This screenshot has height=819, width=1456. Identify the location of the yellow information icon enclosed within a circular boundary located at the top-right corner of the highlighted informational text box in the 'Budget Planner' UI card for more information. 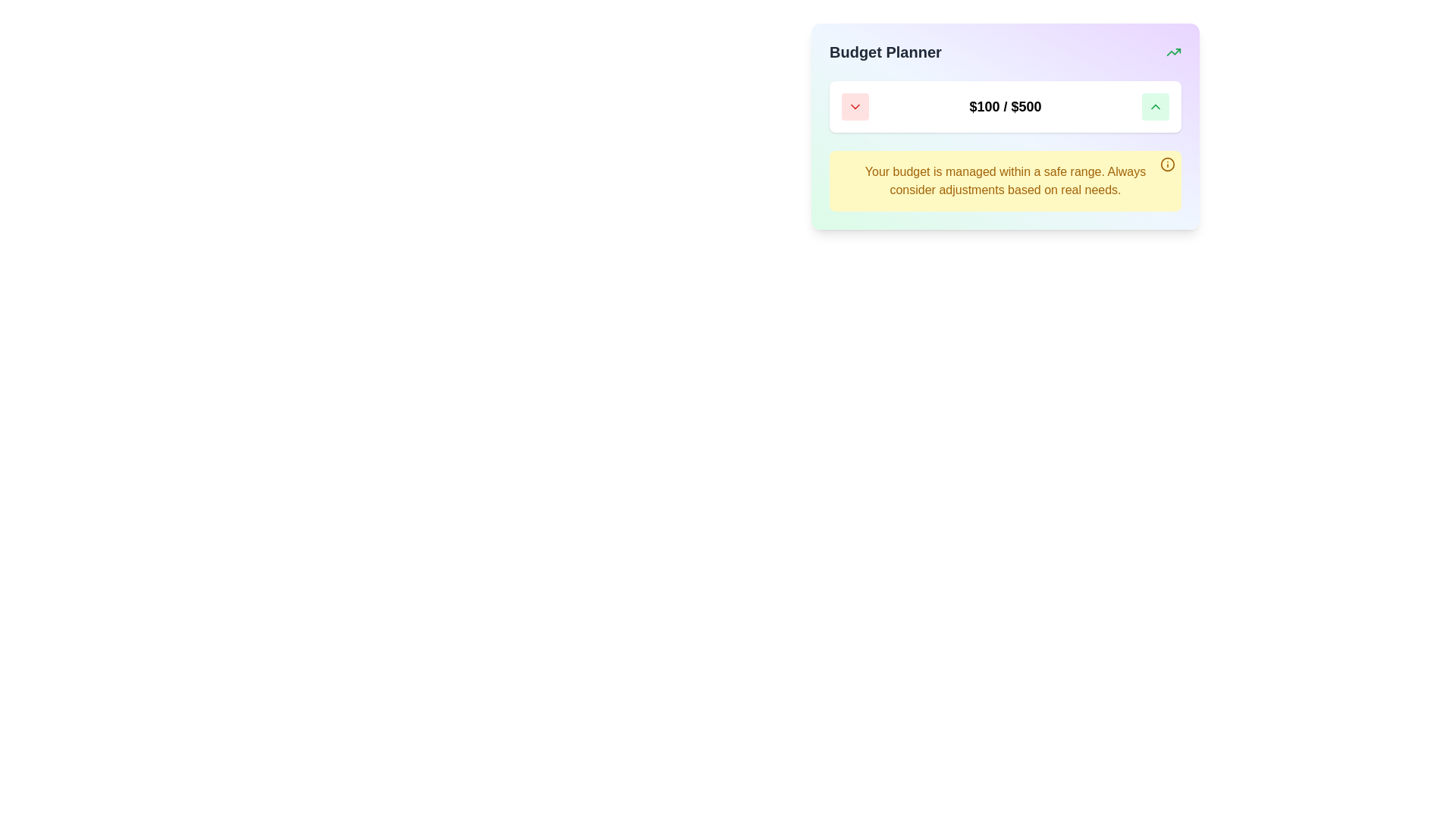
(1167, 164).